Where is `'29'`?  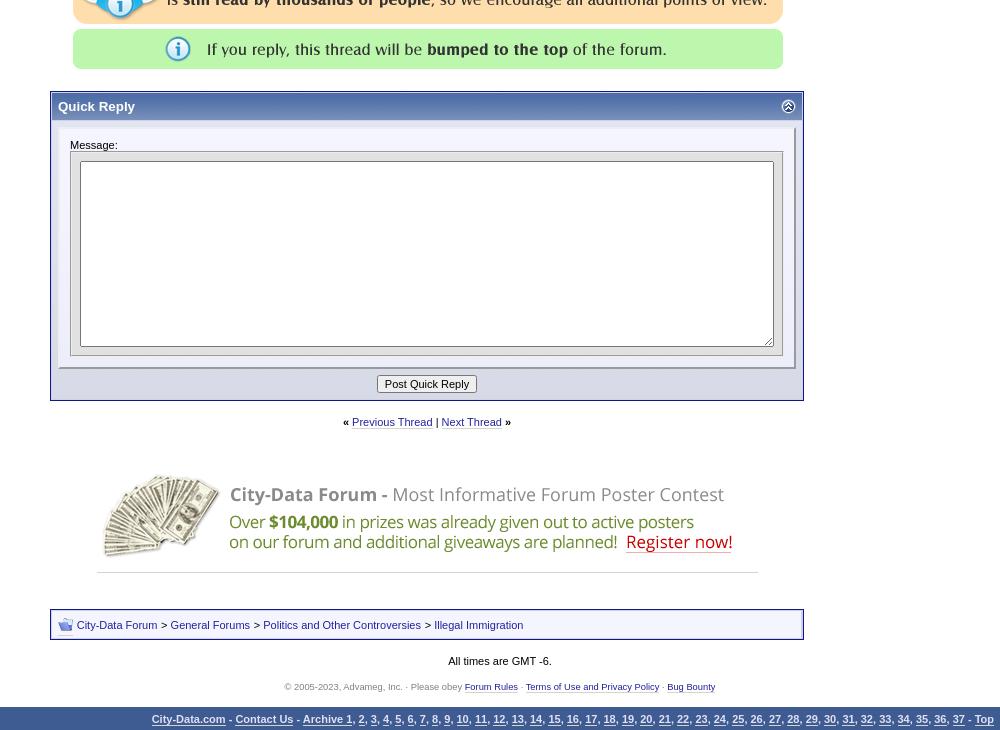 '29' is located at coordinates (811, 718).